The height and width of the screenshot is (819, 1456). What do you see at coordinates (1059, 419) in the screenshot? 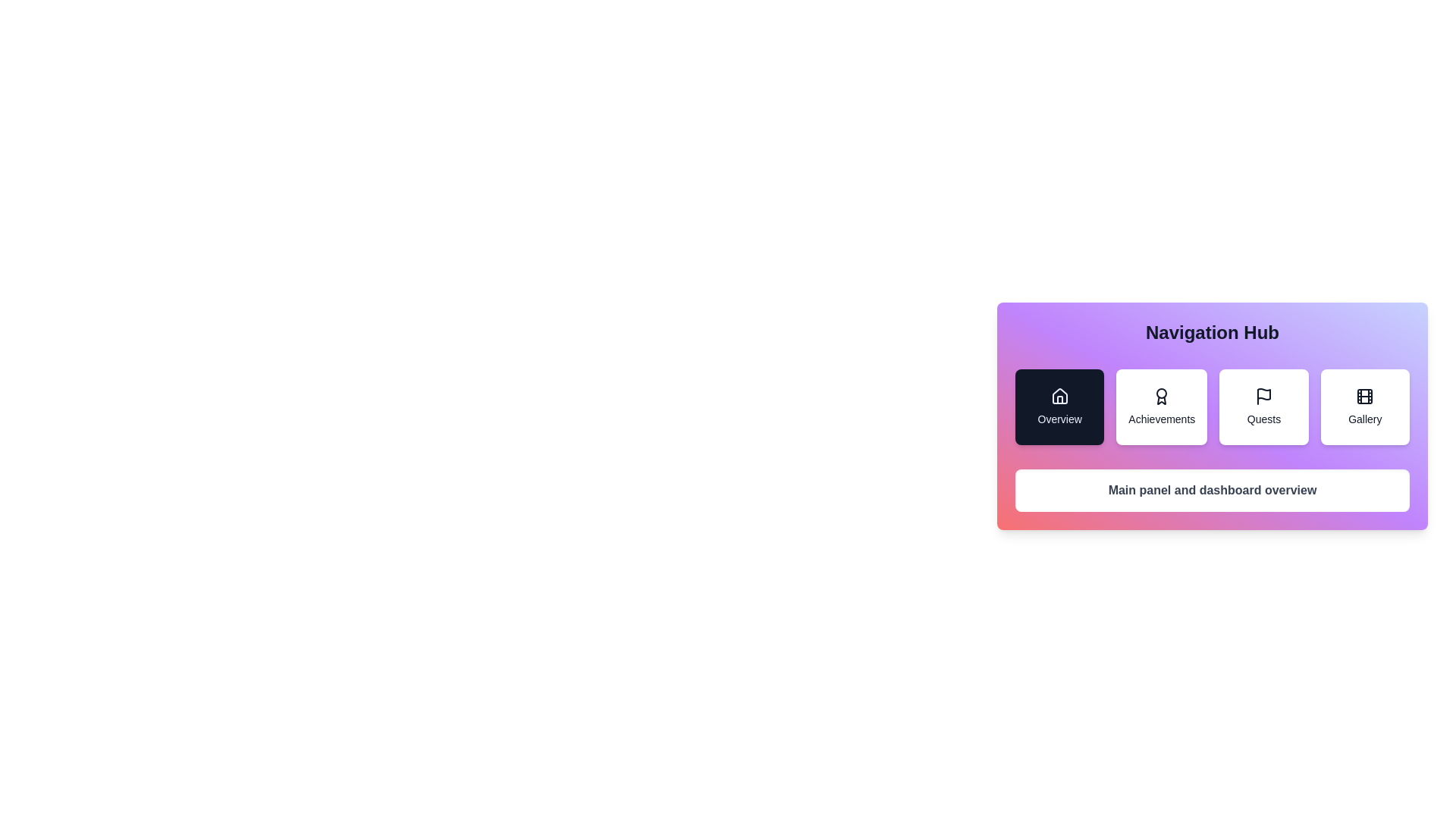
I see `the prominently displayed static text label that reads 'Overview', located below the house icon in the upper left section of the navigation area` at bounding box center [1059, 419].